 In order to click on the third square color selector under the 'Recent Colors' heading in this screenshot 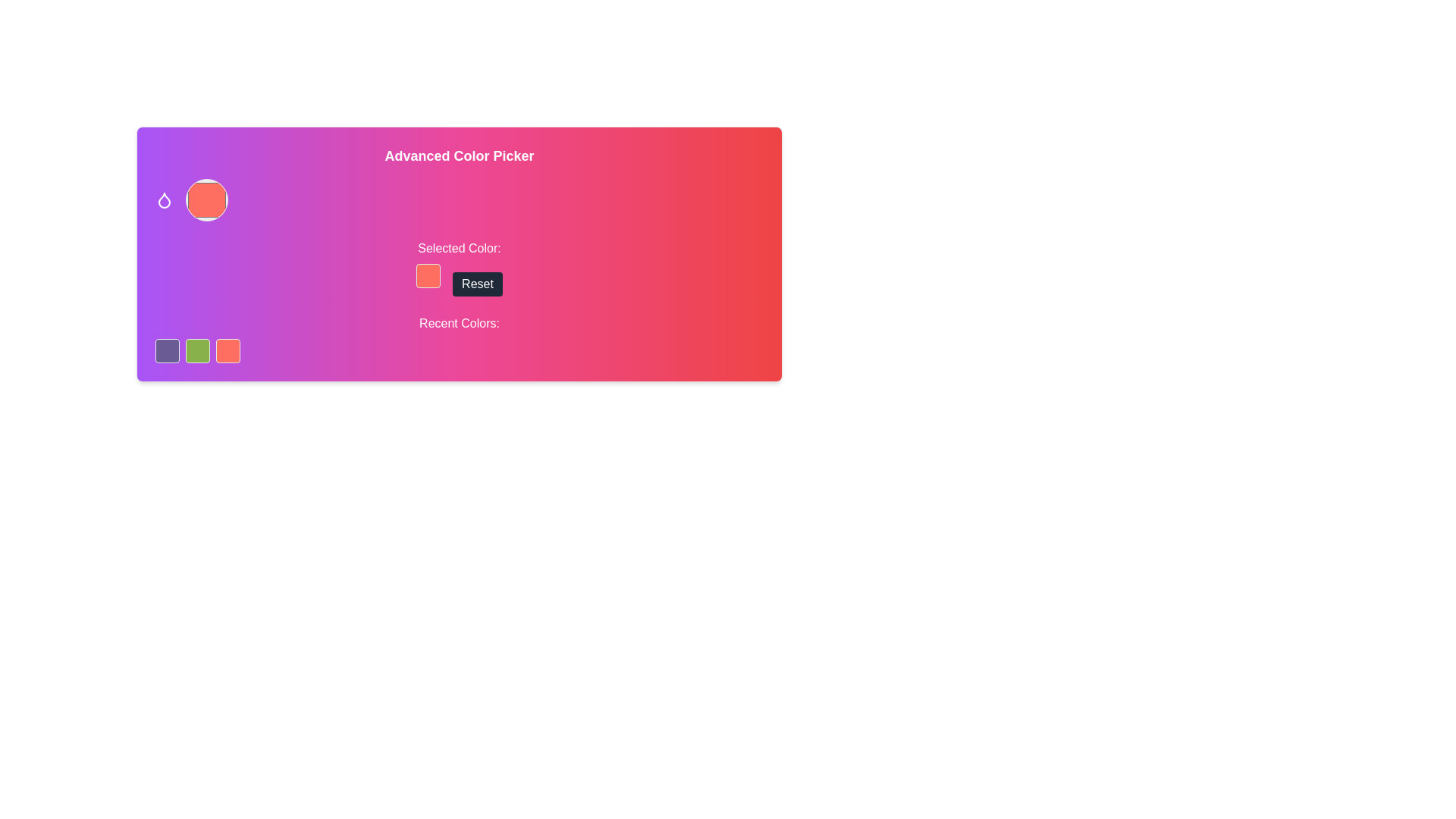, I will do `click(227, 350)`.